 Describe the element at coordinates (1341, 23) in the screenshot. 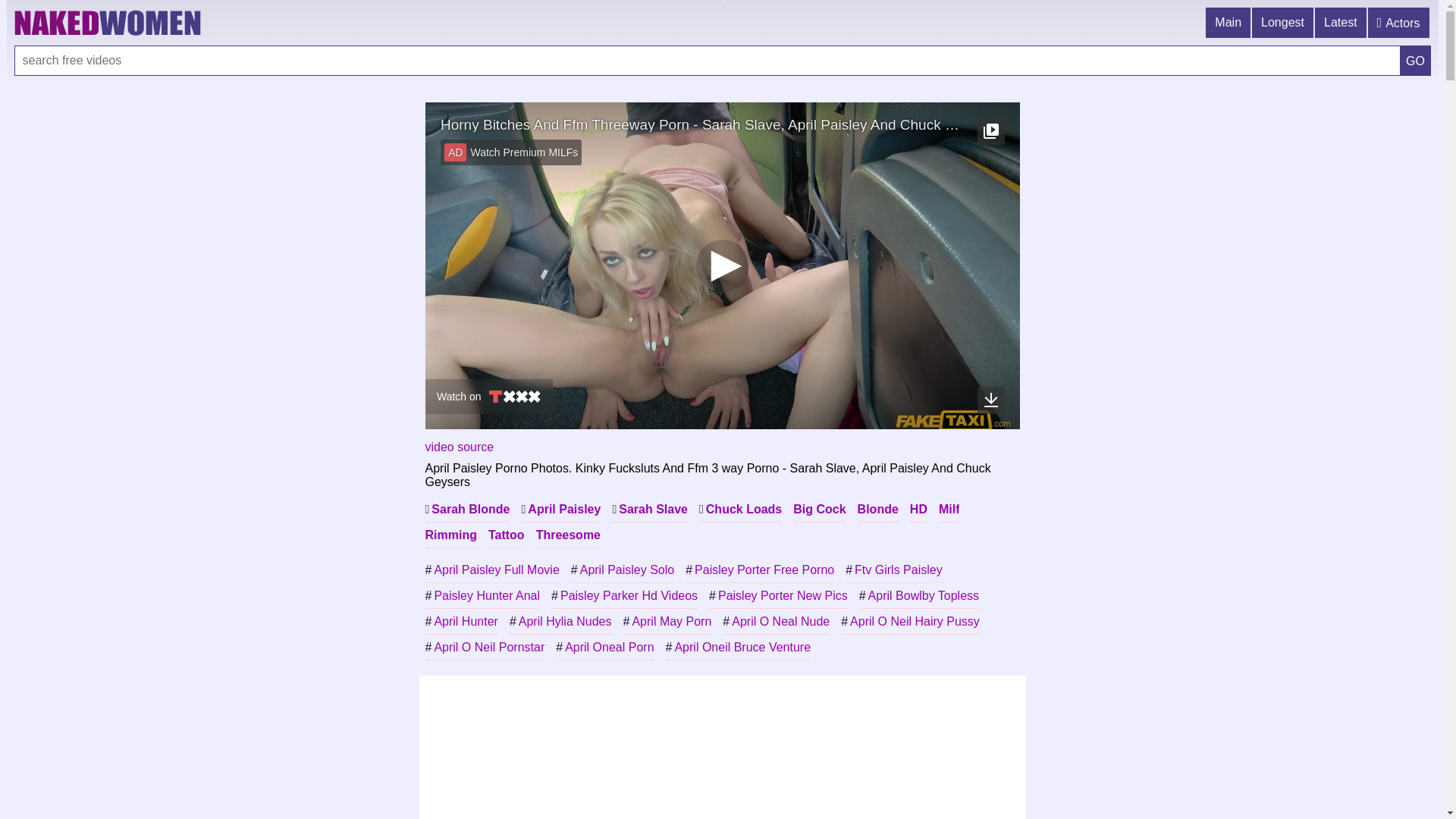

I see `'Latest'` at that location.